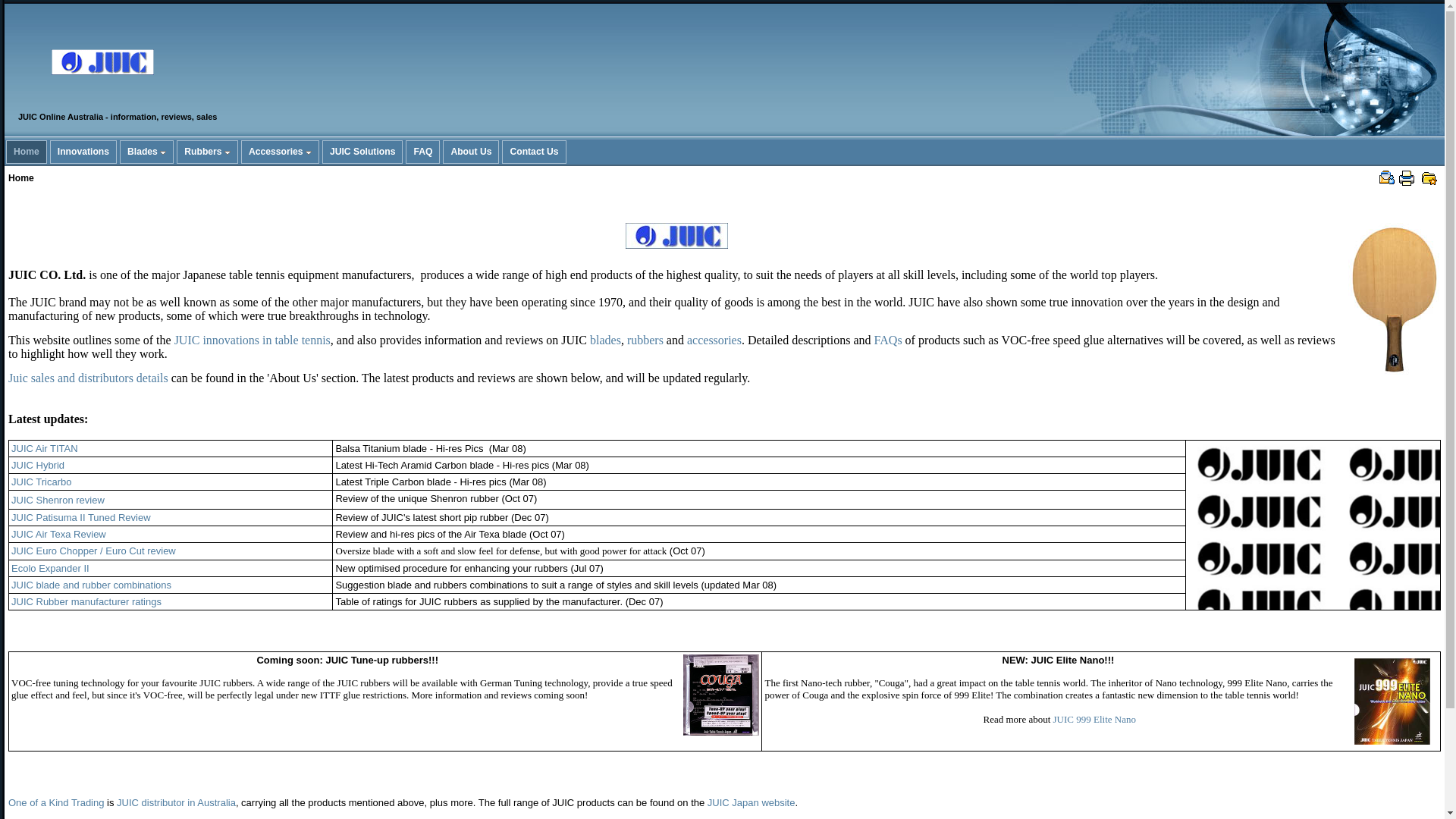 This screenshot has width=1456, height=819. What do you see at coordinates (502, 152) in the screenshot?
I see `'Contact Us'` at bounding box center [502, 152].